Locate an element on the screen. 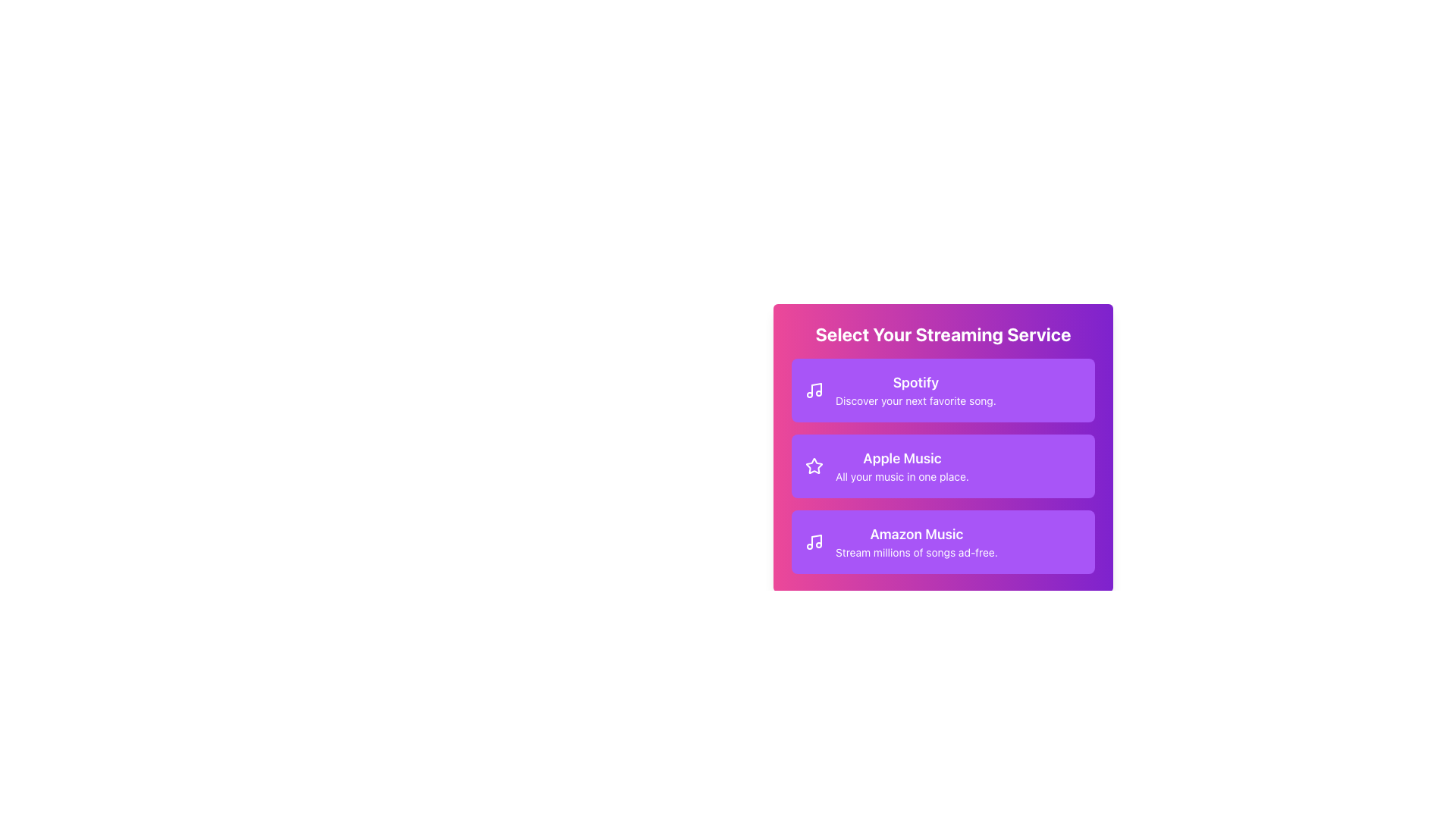 This screenshot has height=819, width=1456. the 'Spotify' text in the topmost list item of the streaming service options is located at coordinates (900, 390).